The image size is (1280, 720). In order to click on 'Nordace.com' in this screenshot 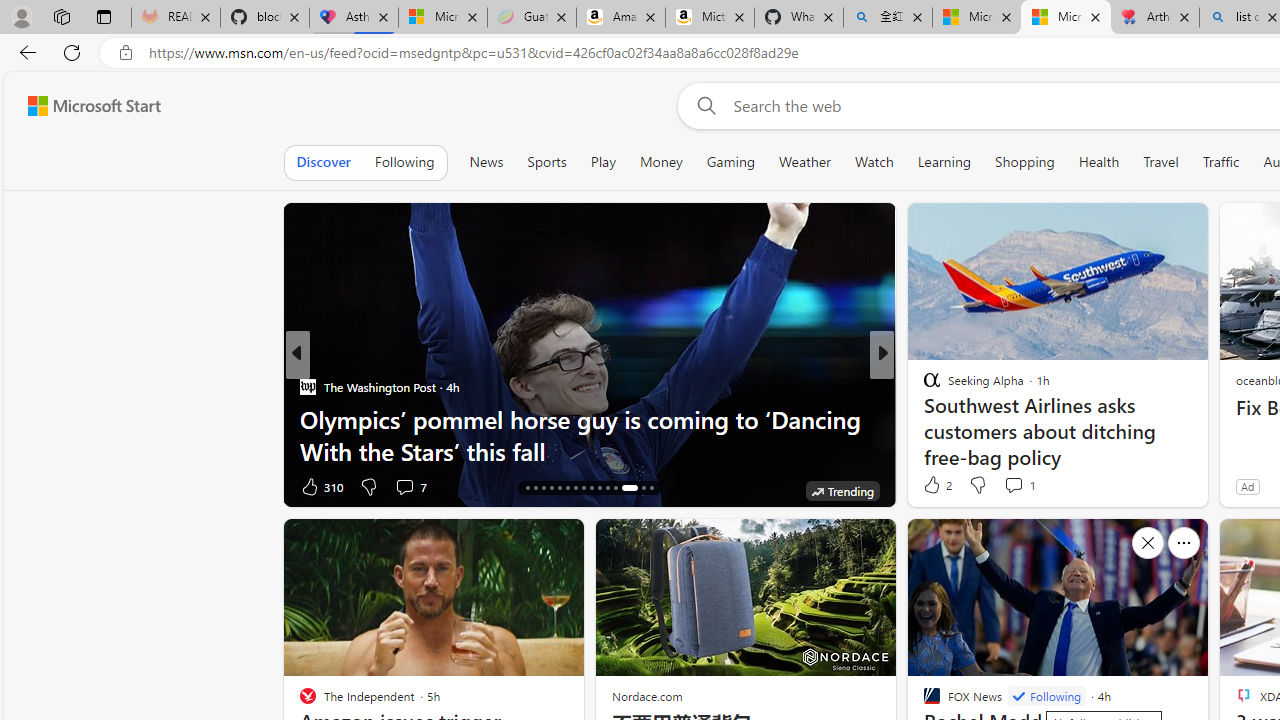, I will do `click(647, 695)`.